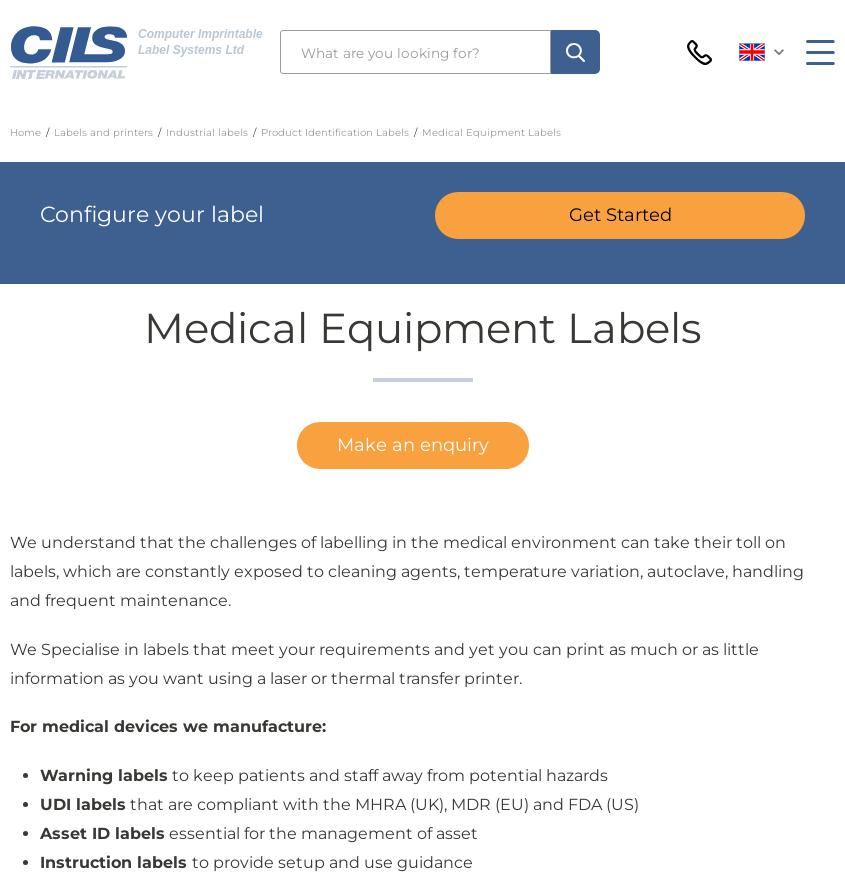  What do you see at coordinates (206, 131) in the screenshot?
I see `'Industrial labels'` at bounding box center [206, 131].